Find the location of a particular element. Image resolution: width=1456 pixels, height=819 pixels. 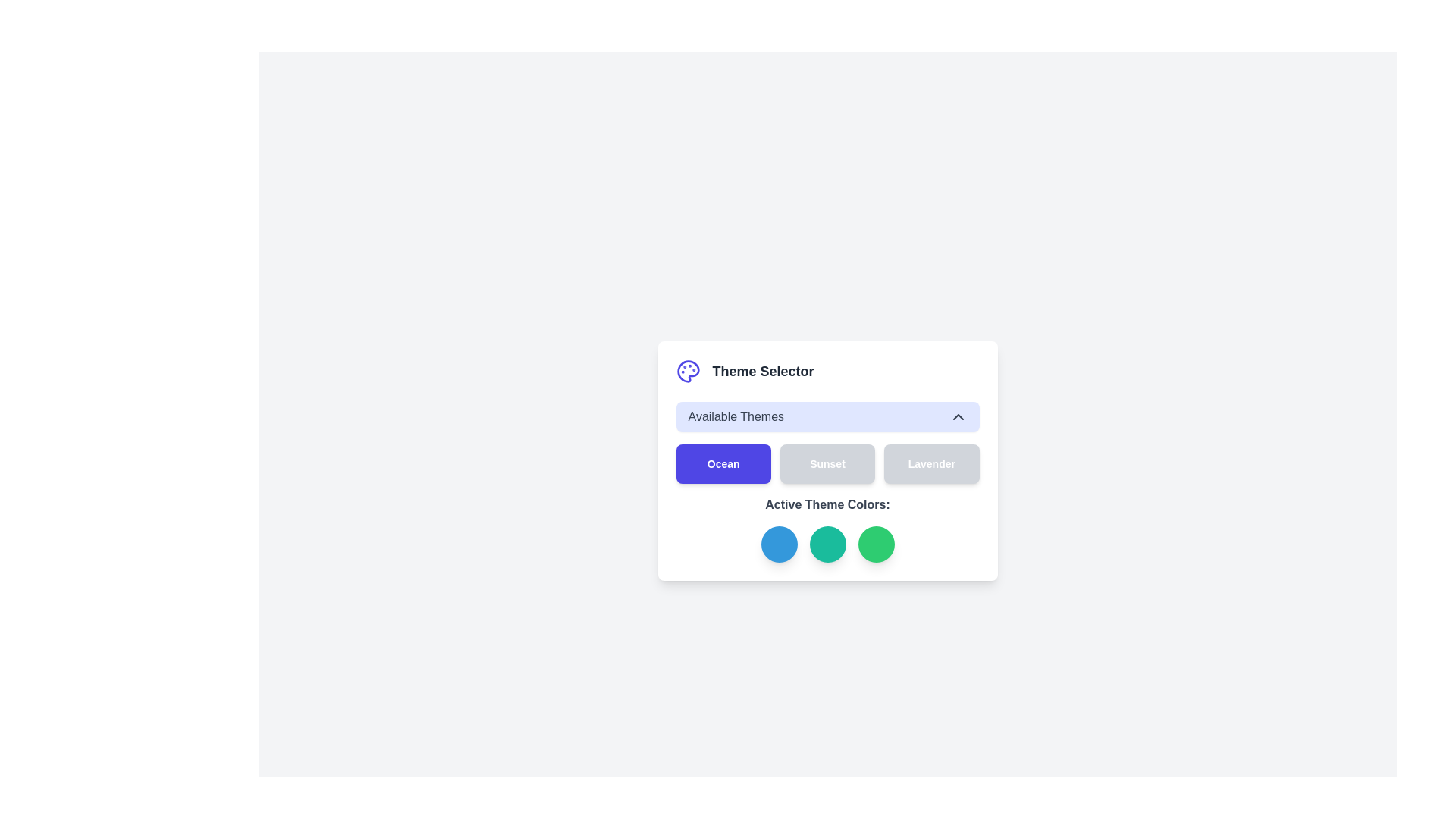

the interactive dropdown button located in the 'Theme Selector' card is located at coordinates (827, 417).